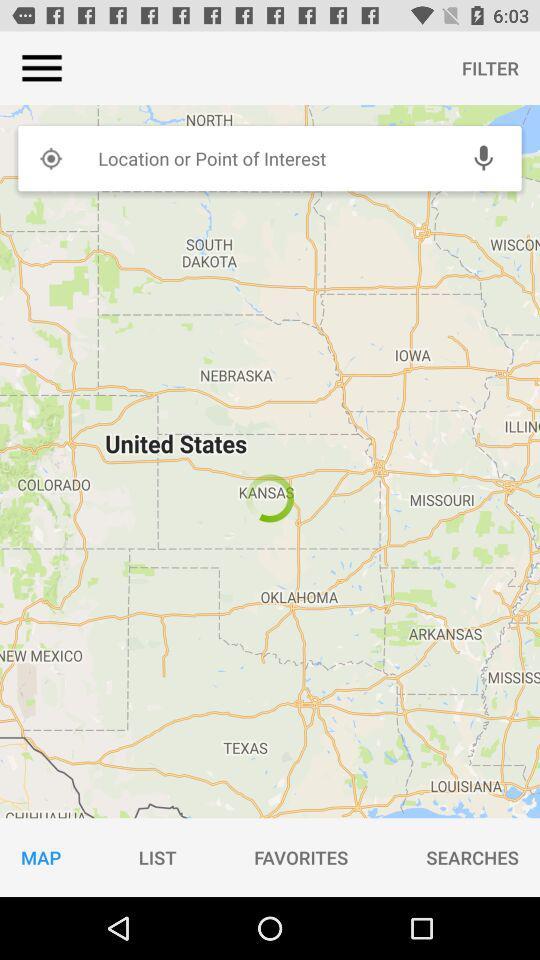  What do you see at coordinates (50, 157) in the screenshot?
I see `the location_crosshair icon` at bounding box center [50, 157].